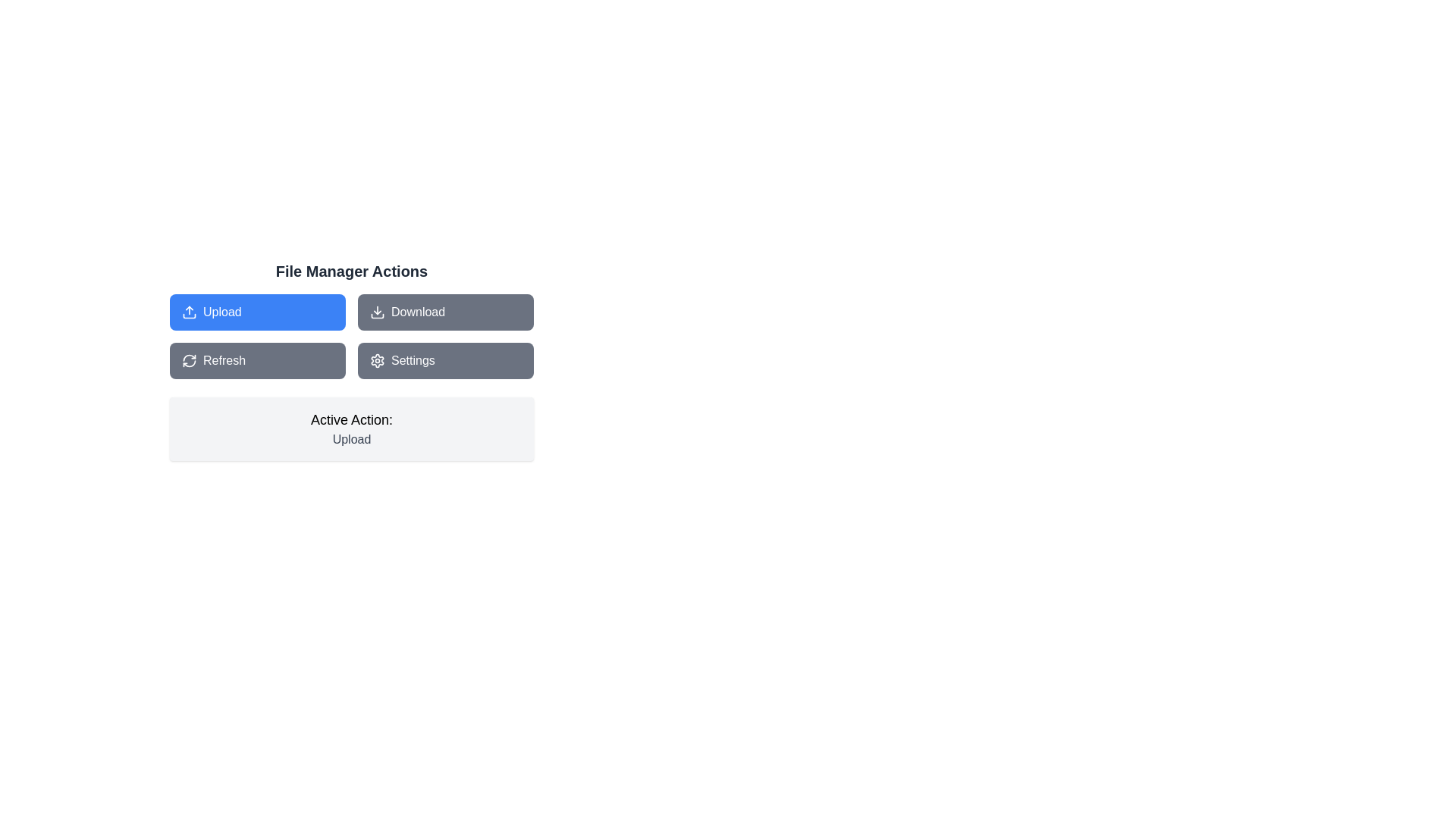 The height and width of the screenshot is (819, 1456). What do you see at coordinates (188, 360) in the screenshot?
I see `the refresh icon, which resembles two circular arrows forming a continuous loop and is located within the 'Refresh' button in the action menu` at bounding box center [188, 360].